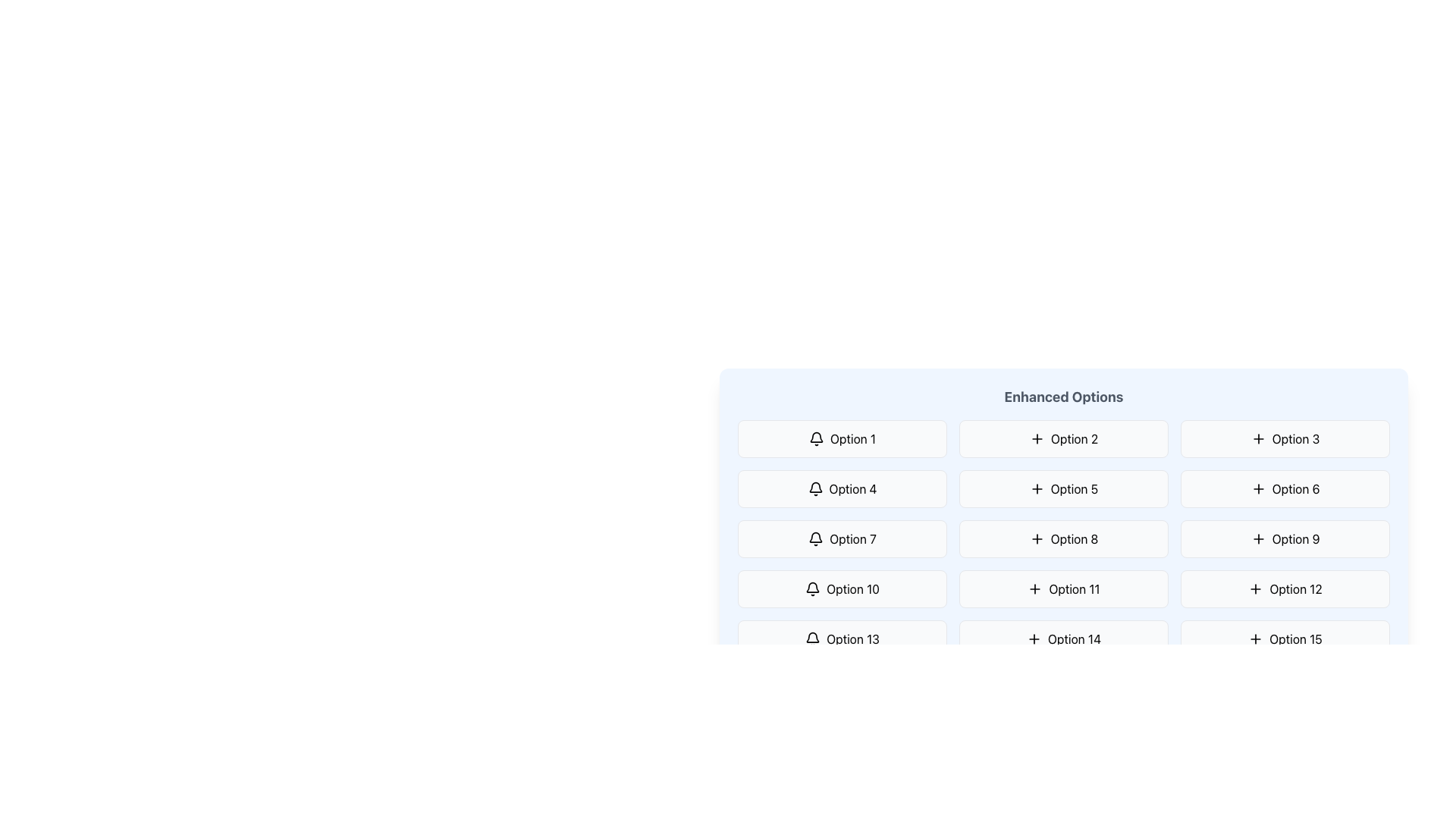 This screenshot has height=819, width=1456. What do you see at coordinates (1256, 639) in the screenshot?
I see `the action indicator icon located within the fifteenth option button labeled 'Option 15' in the sixth row and third column of the grid layout` at bounding box center [1256, 639].